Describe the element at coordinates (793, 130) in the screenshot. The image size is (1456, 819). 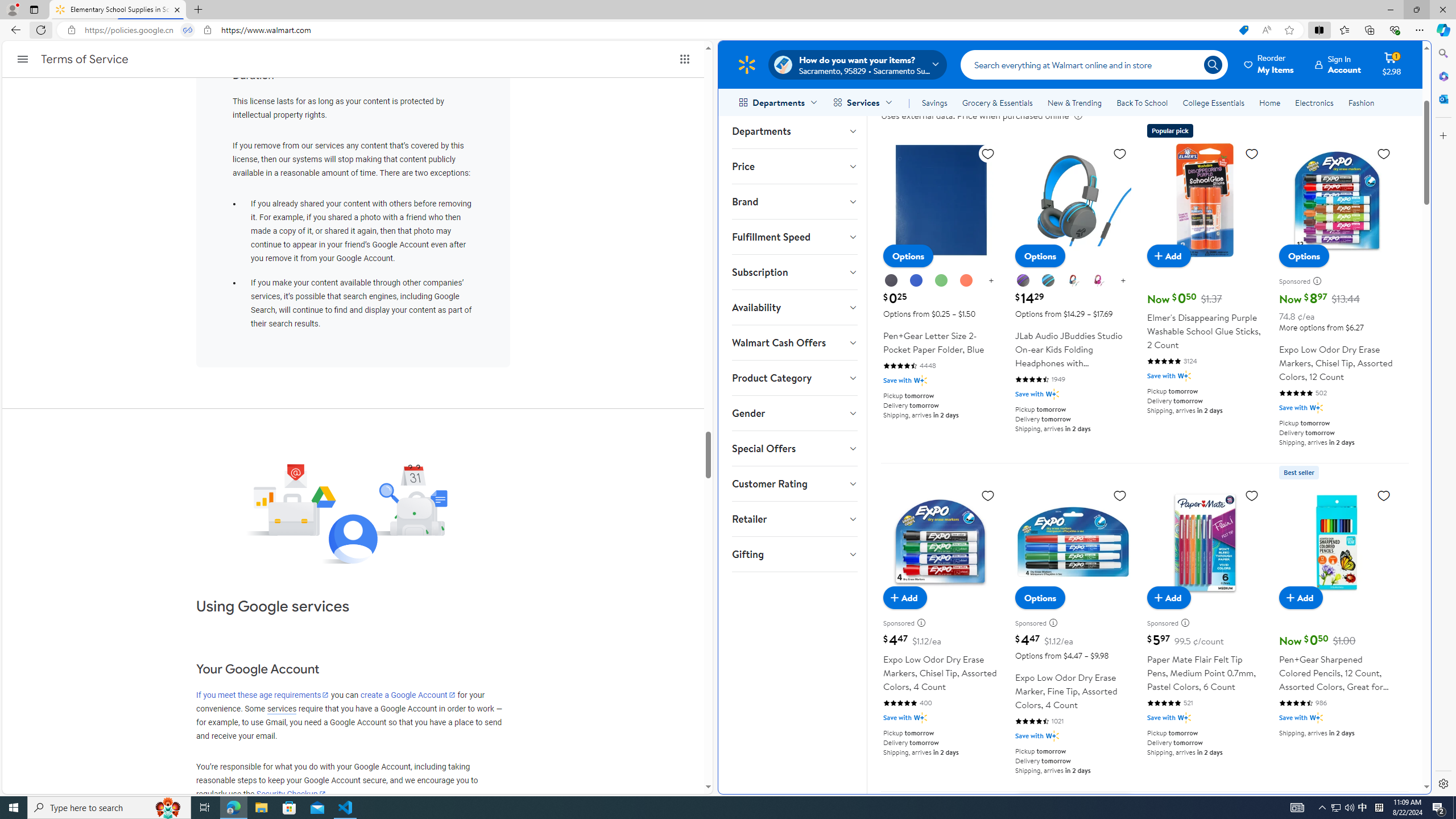
I see `'Departments'` at that location.